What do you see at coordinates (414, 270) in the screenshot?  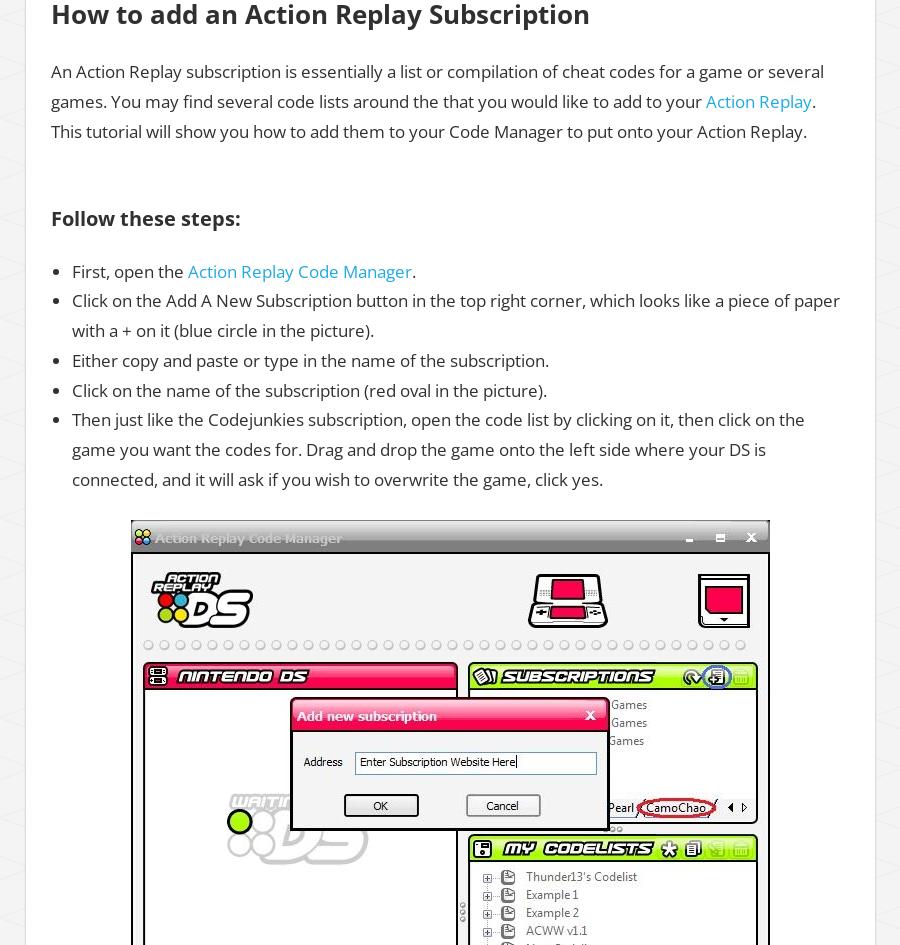 I see `'.'` at bounding box center [414, 270].